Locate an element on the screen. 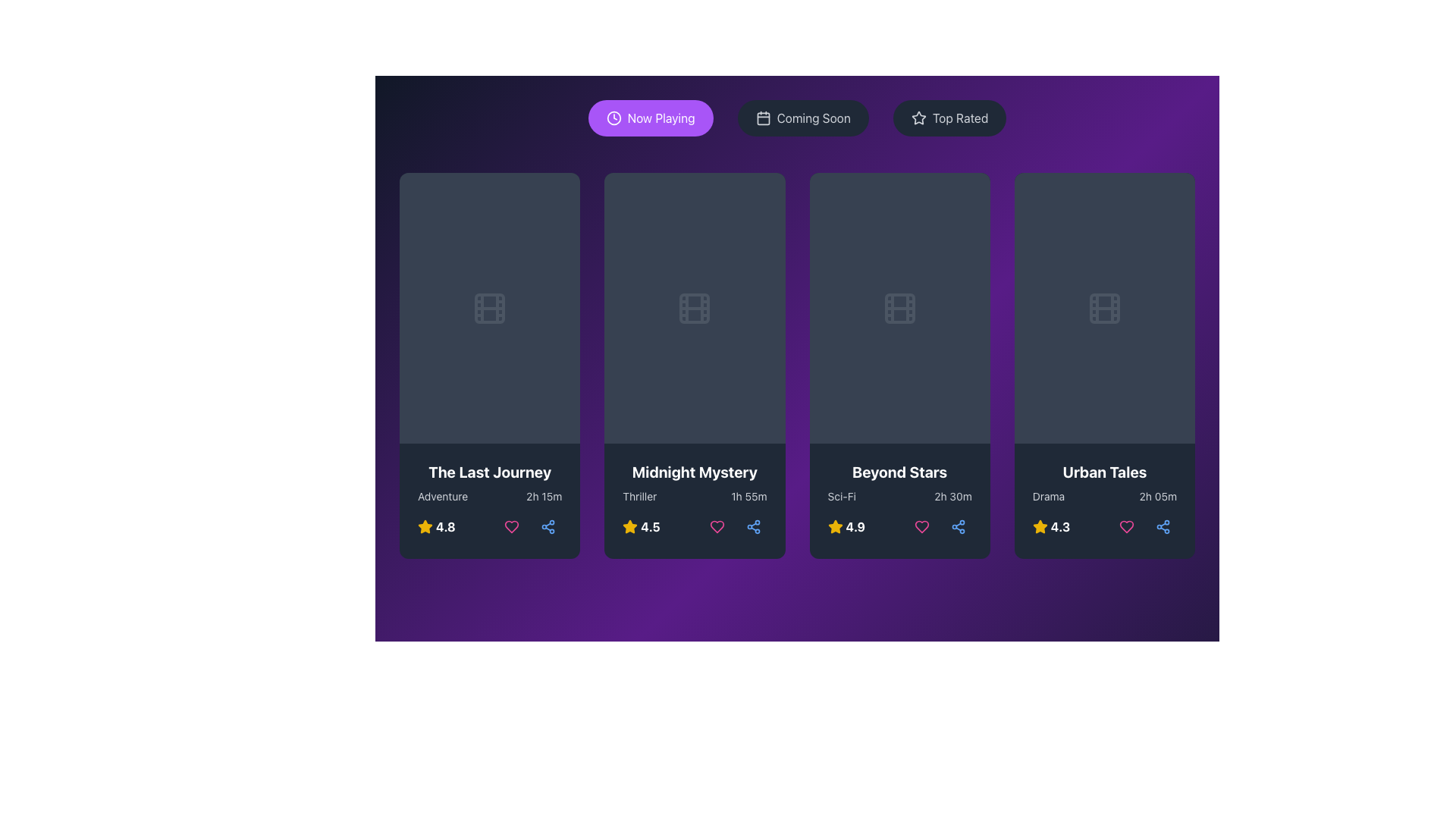 The width and height of the screenshot is (1456, 819). the Text Label displaying '2h 15m', which is aligned to the right of 'Adventure' in the lower section of the card labeled 'The Last Journey' is located at coordinates (544, 497).